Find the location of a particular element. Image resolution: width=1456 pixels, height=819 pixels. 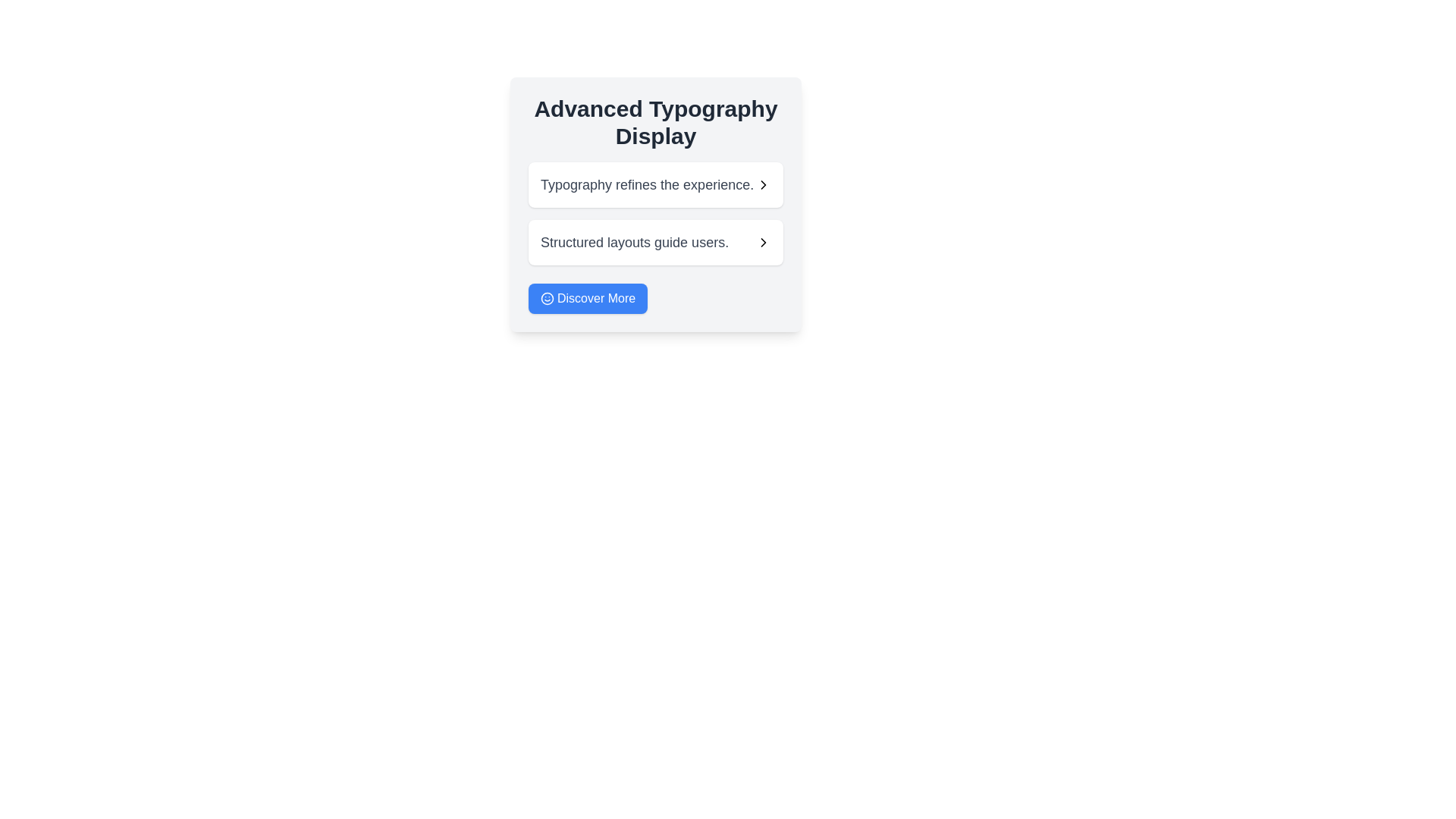

the circular smiley face icon located within the 'Discover More' button, which is centered inside the blue background rectangle is located at coordinates (546, 298).